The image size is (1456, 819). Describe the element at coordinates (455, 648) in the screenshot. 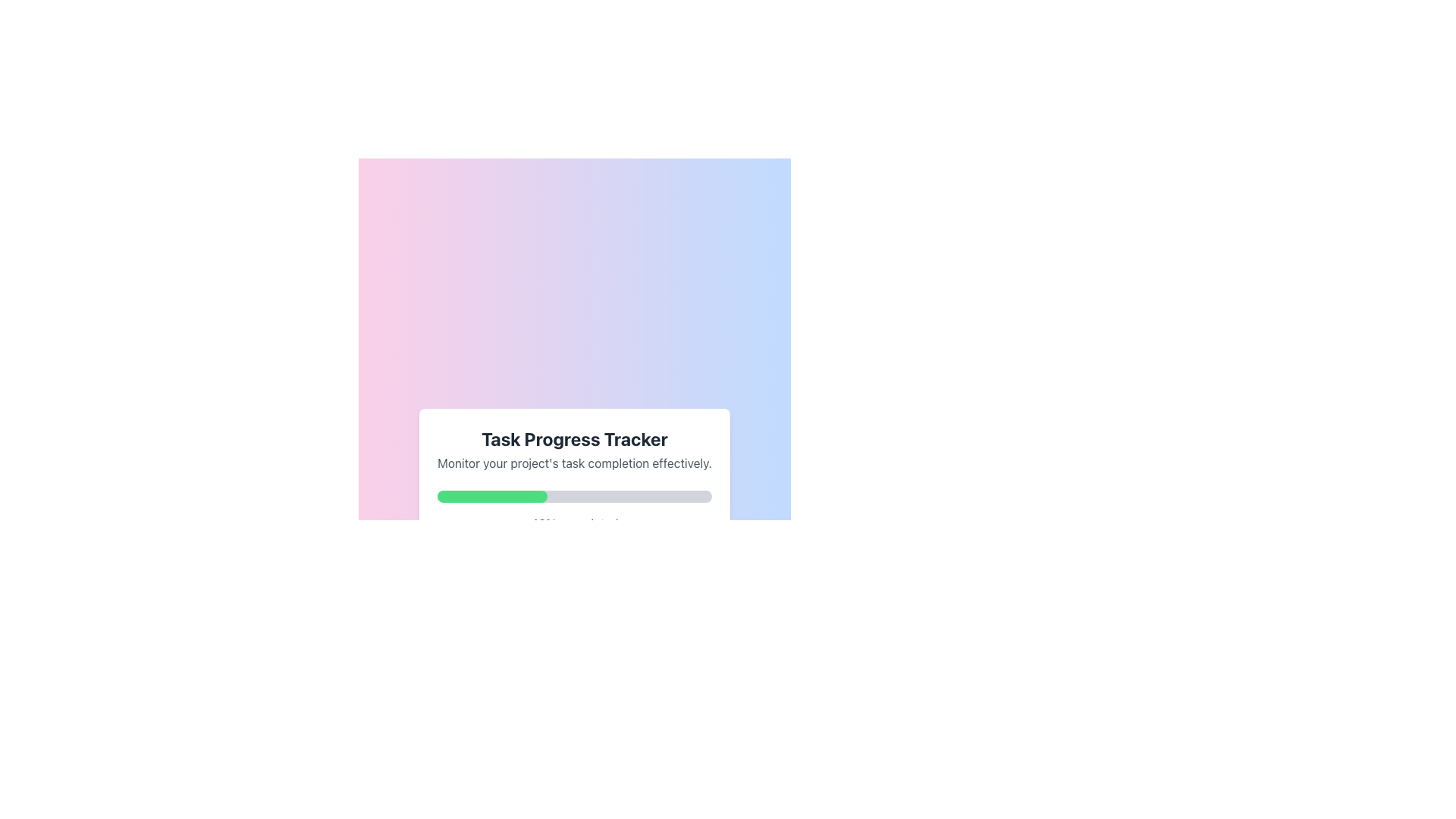

I see `the small SVG square element with a rounded-corner design, which has a gray border and transparent fill, located at the bottom of the visible interface` at that location.